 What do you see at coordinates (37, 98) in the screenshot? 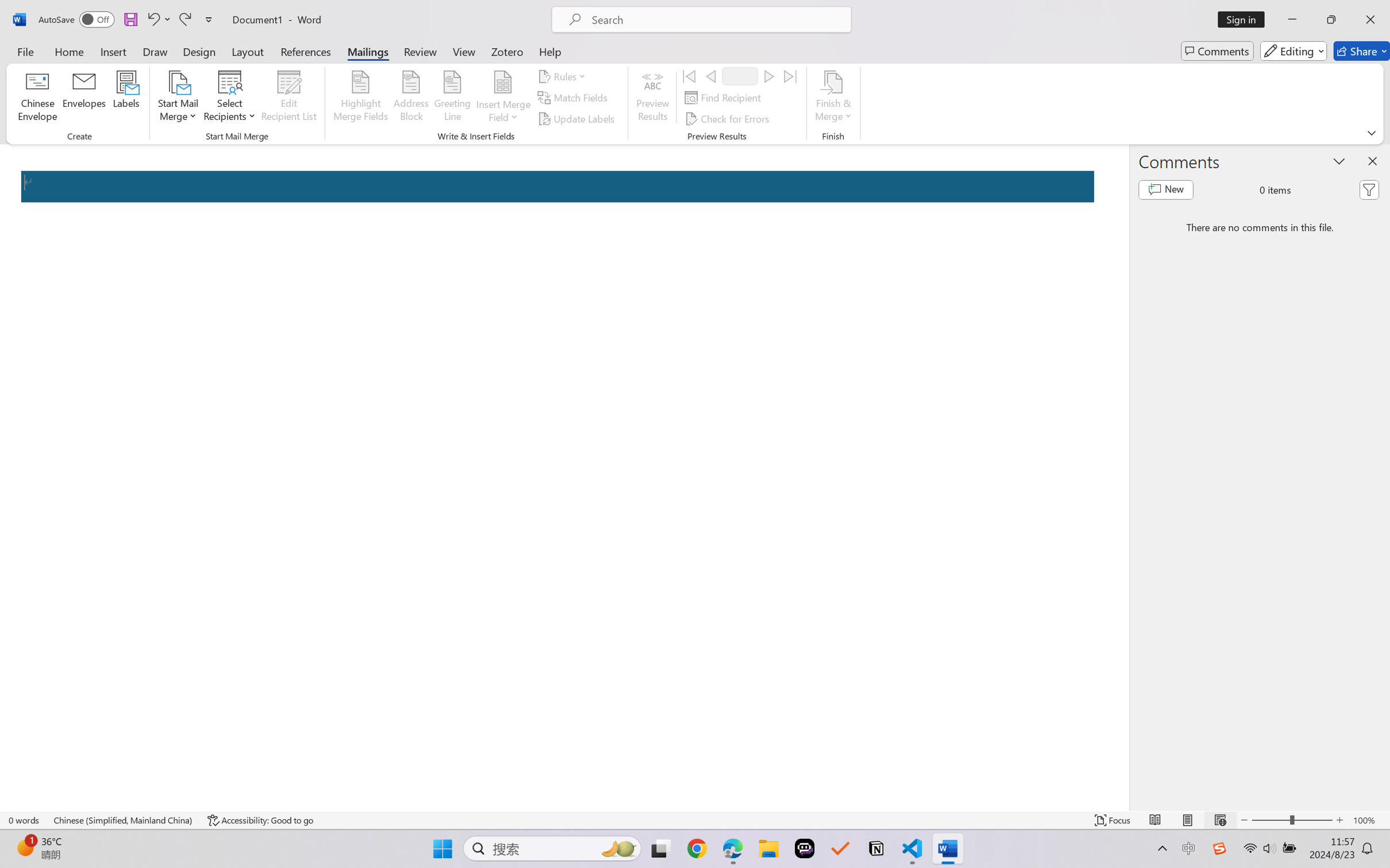
I see `'Chinese Envelope...'` at bounding box center [37, 98].